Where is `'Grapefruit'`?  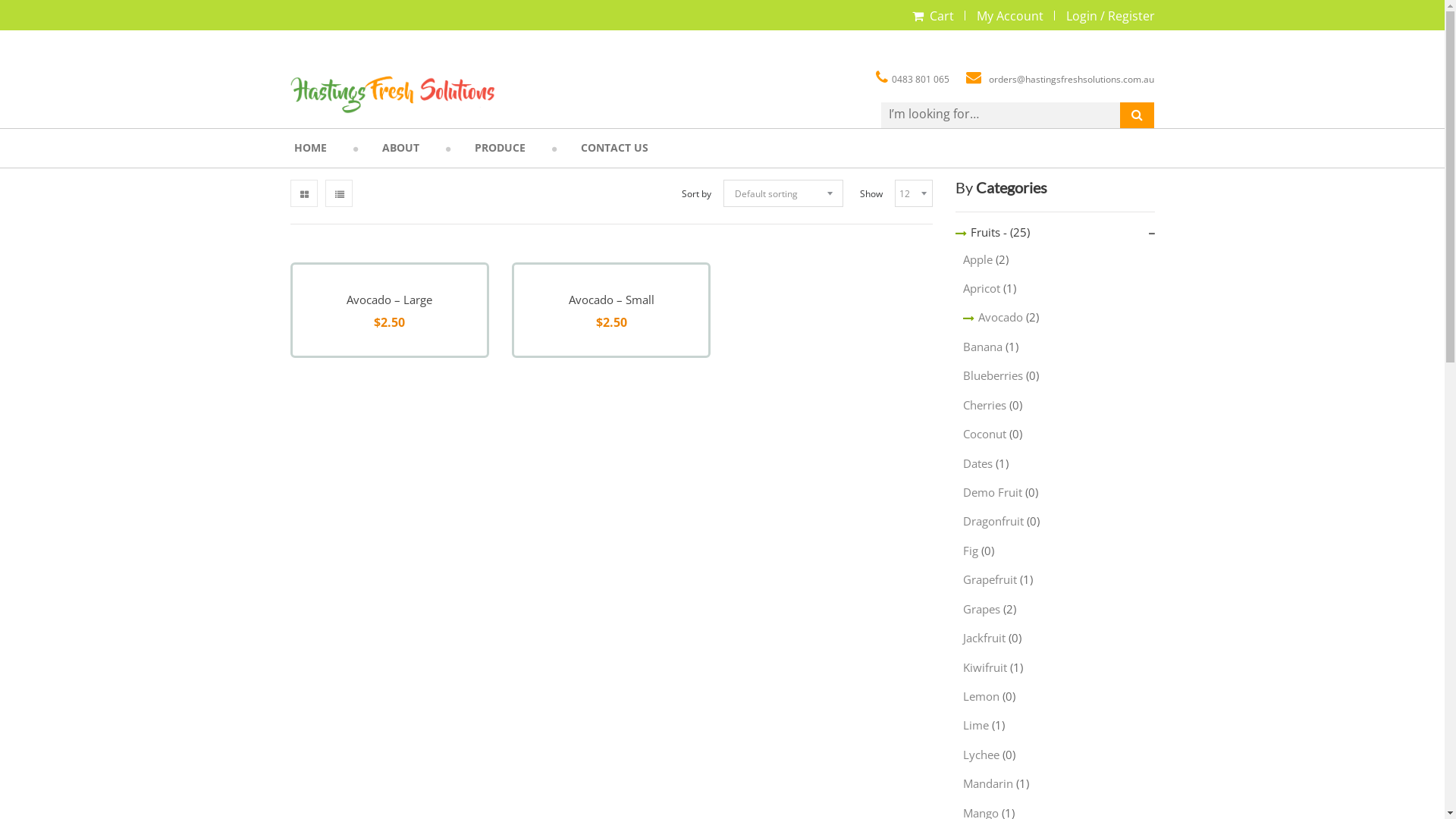
'Grapefruit' is located at coordinates (962, 579).